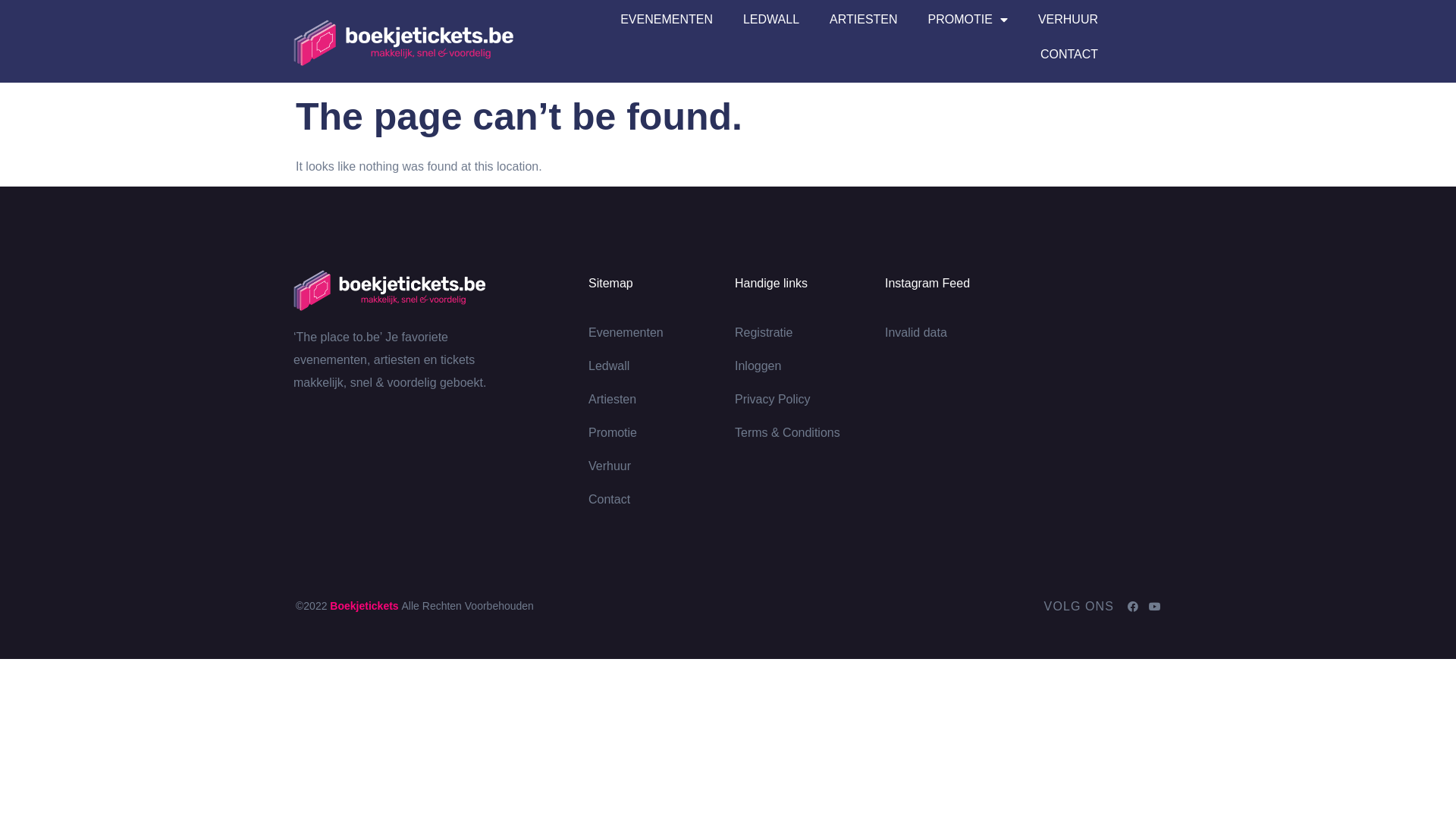 This screenshot has height=819, width=1456. What do you see at coordinates (814, 20) in the screenshot?
I see `'ARTIESTEN'` at bounding box center [814, 20].